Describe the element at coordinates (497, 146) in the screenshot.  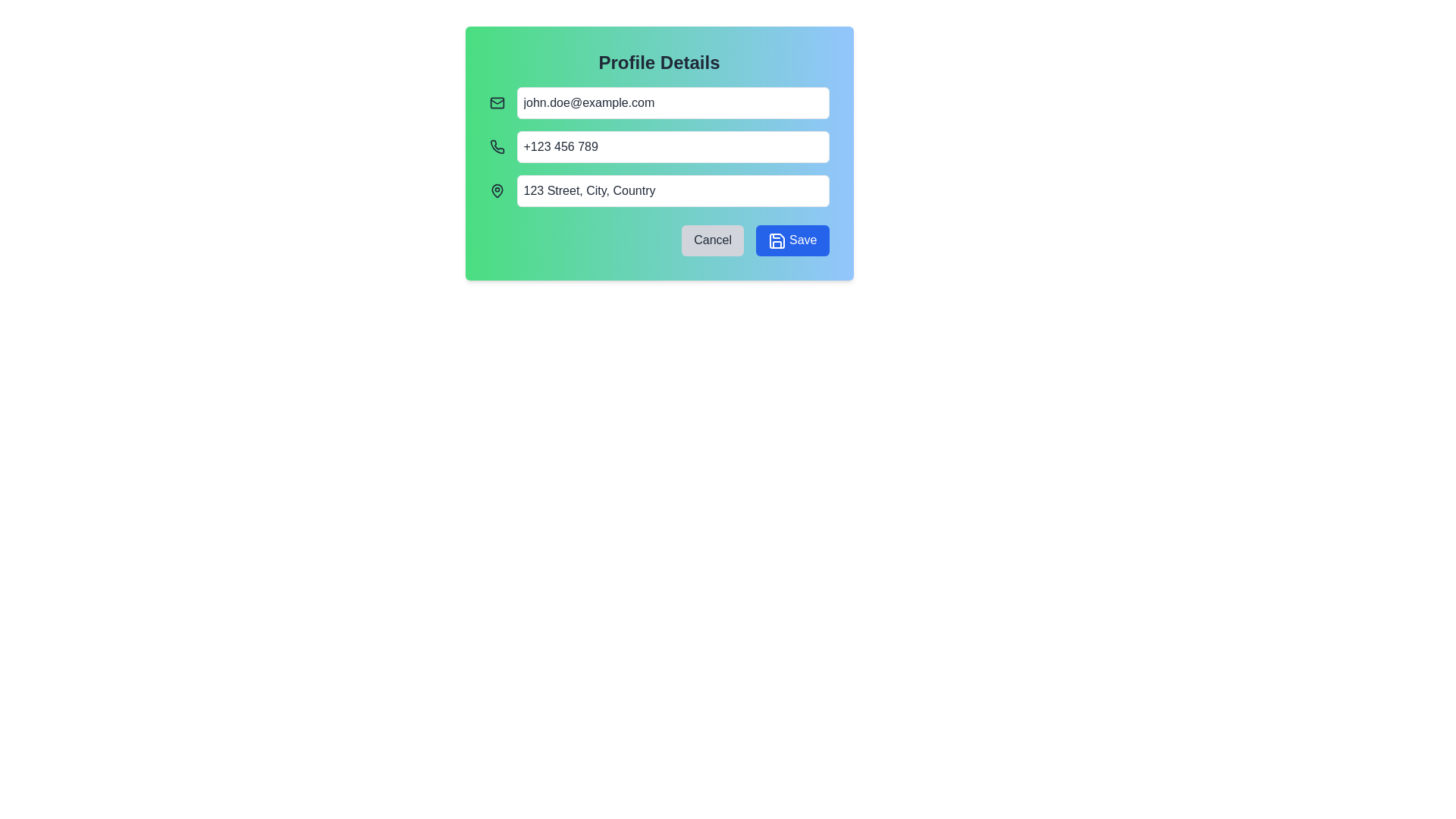
I see `the Telephone Handset icon, which is positioned to the left of the phone number input field in the second row of the form interface` at that location.